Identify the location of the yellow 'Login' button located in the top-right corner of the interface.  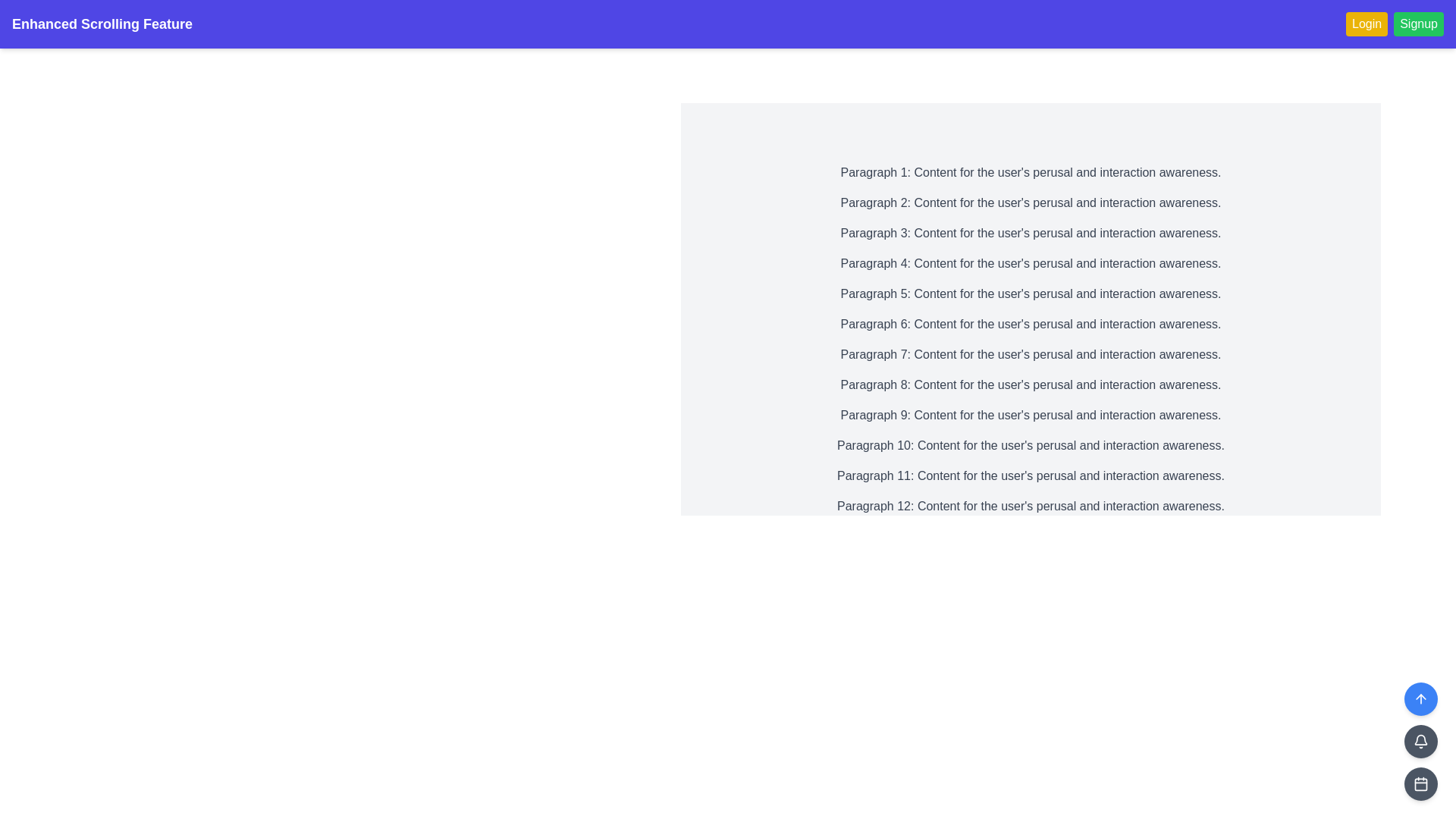
(1367, 24).